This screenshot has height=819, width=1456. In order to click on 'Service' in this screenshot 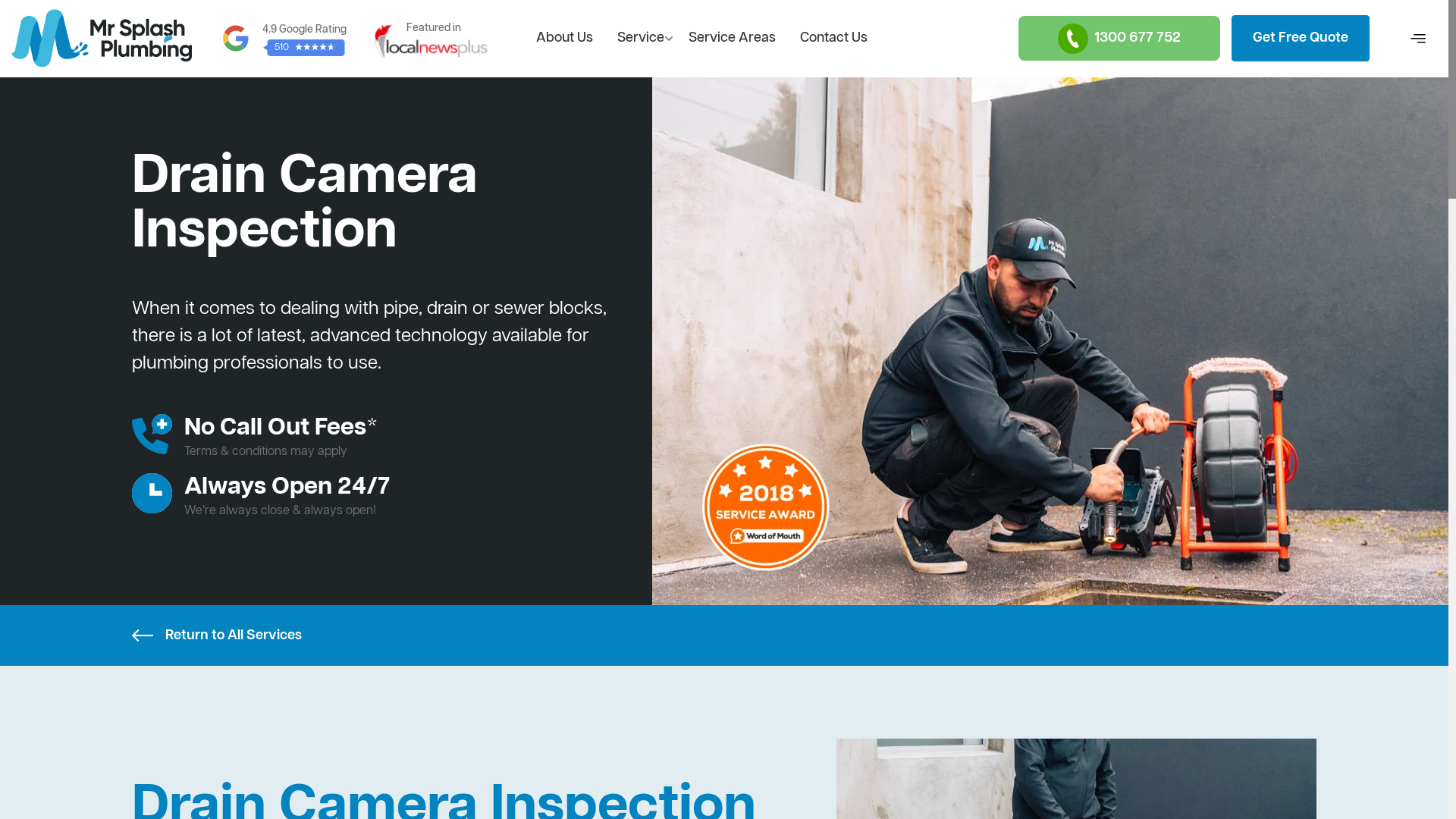, I will do `click(640, 37)`.